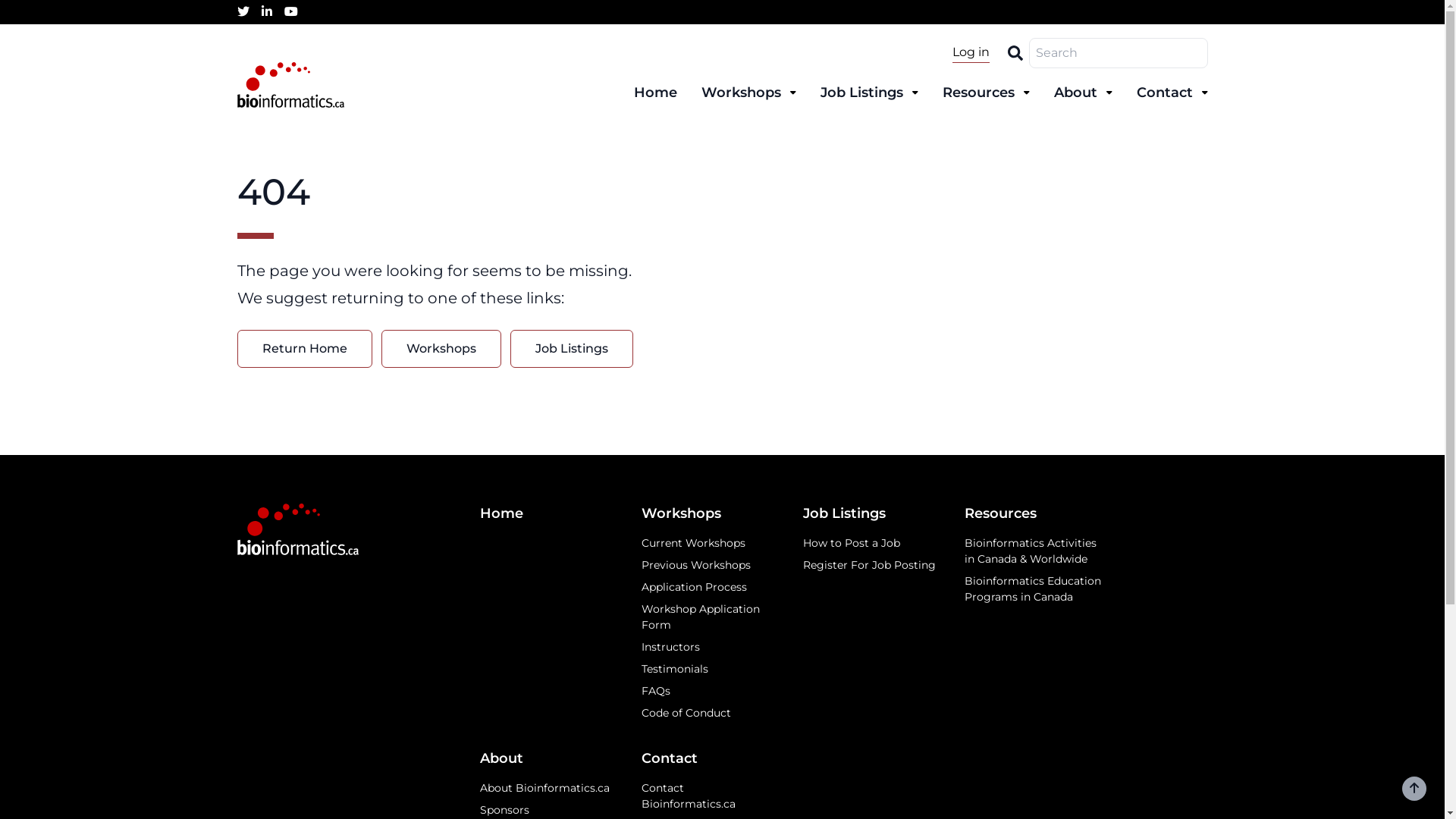 The image size is (1456, 819). Describe the element at coordinates (710, 795) in the screenshot. I see `'Contact Bioinformatics.ca'` at that location.